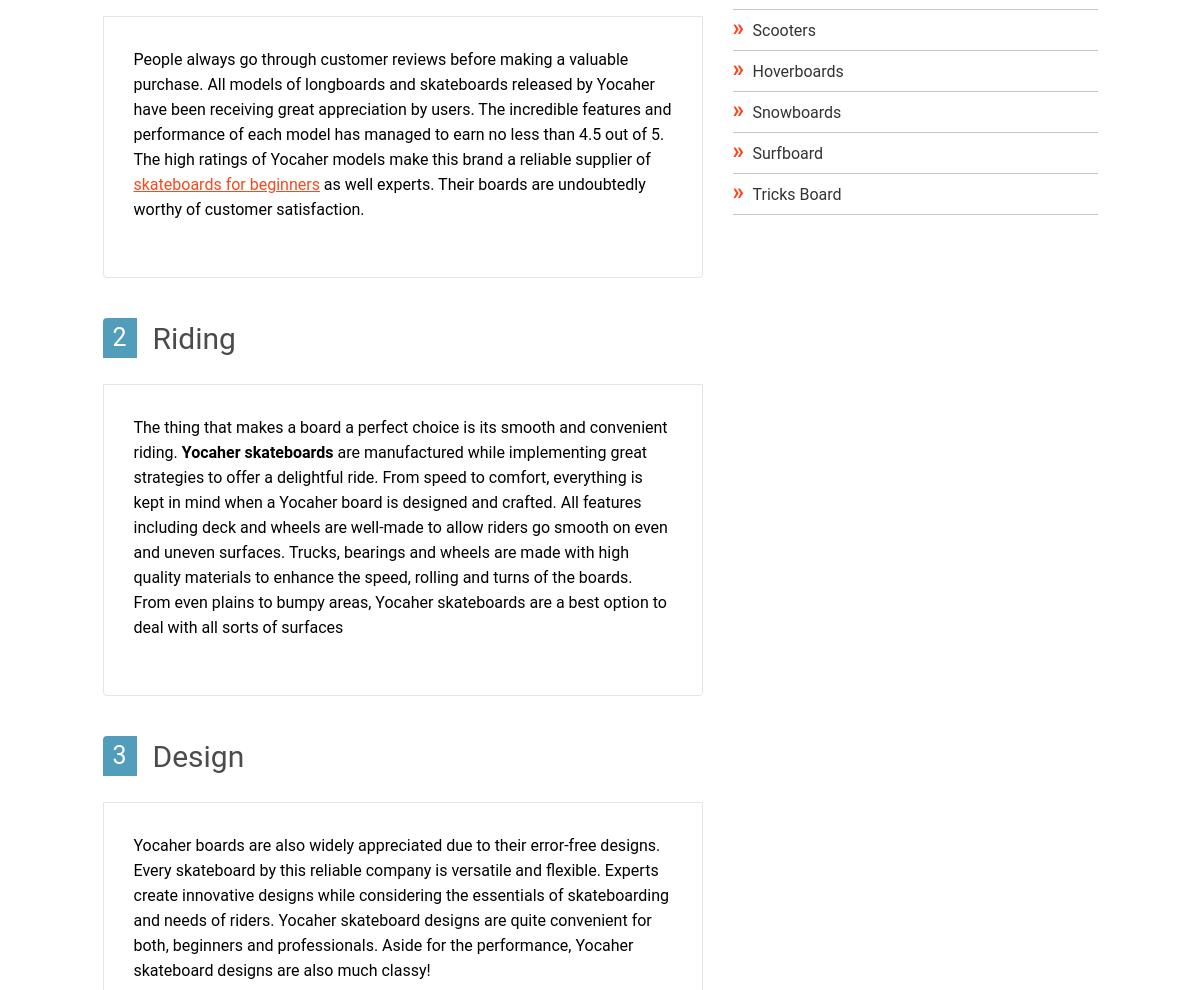 The height and width of the screenshot is (990, 1200). Describe the element at coordinates (751, 194) in the screenshot. I see `'Tricks Board'` at that location.